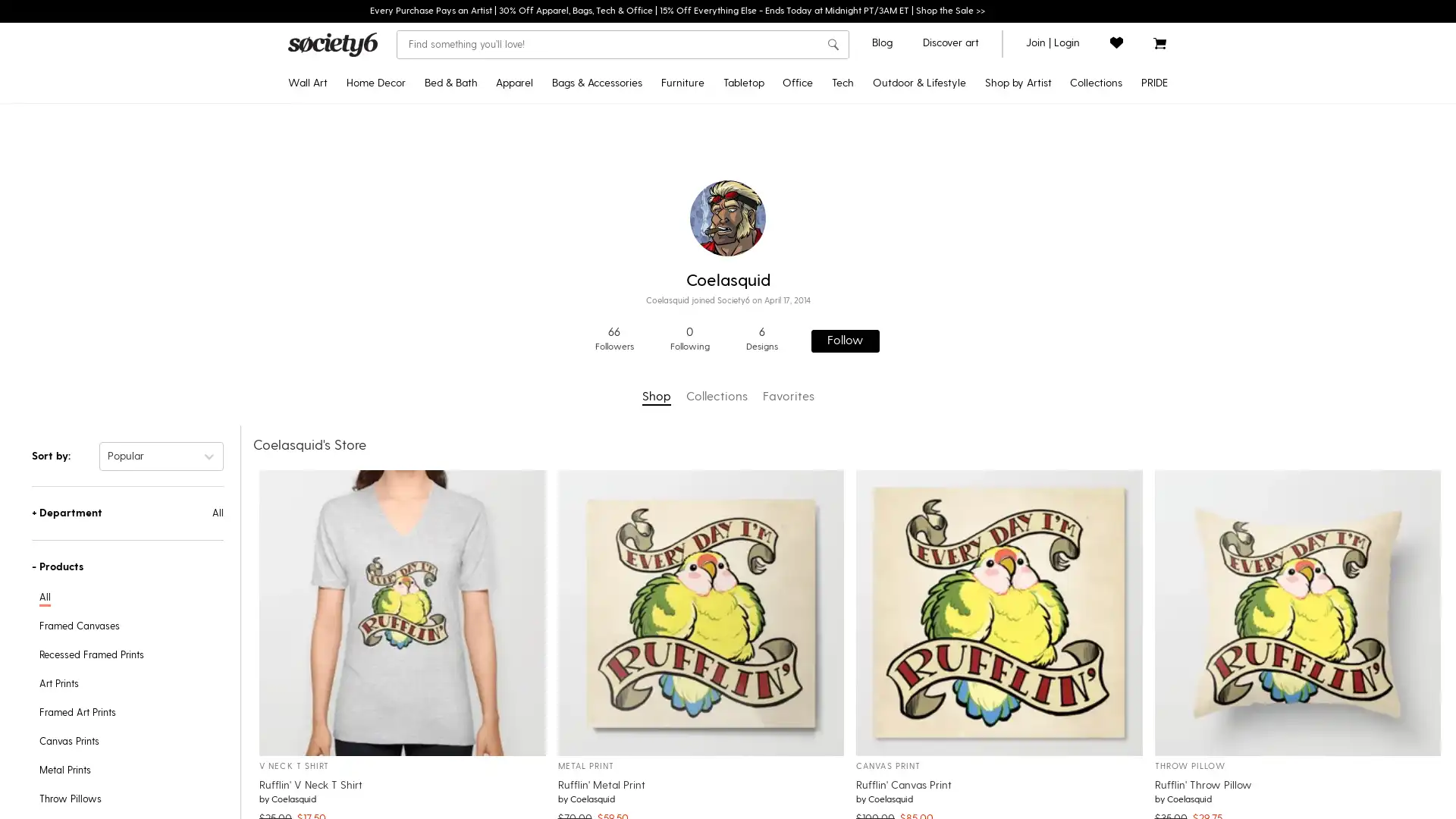 The image size is (1456, 819). I want to click on Mini Art Prints, so click(356, 390).